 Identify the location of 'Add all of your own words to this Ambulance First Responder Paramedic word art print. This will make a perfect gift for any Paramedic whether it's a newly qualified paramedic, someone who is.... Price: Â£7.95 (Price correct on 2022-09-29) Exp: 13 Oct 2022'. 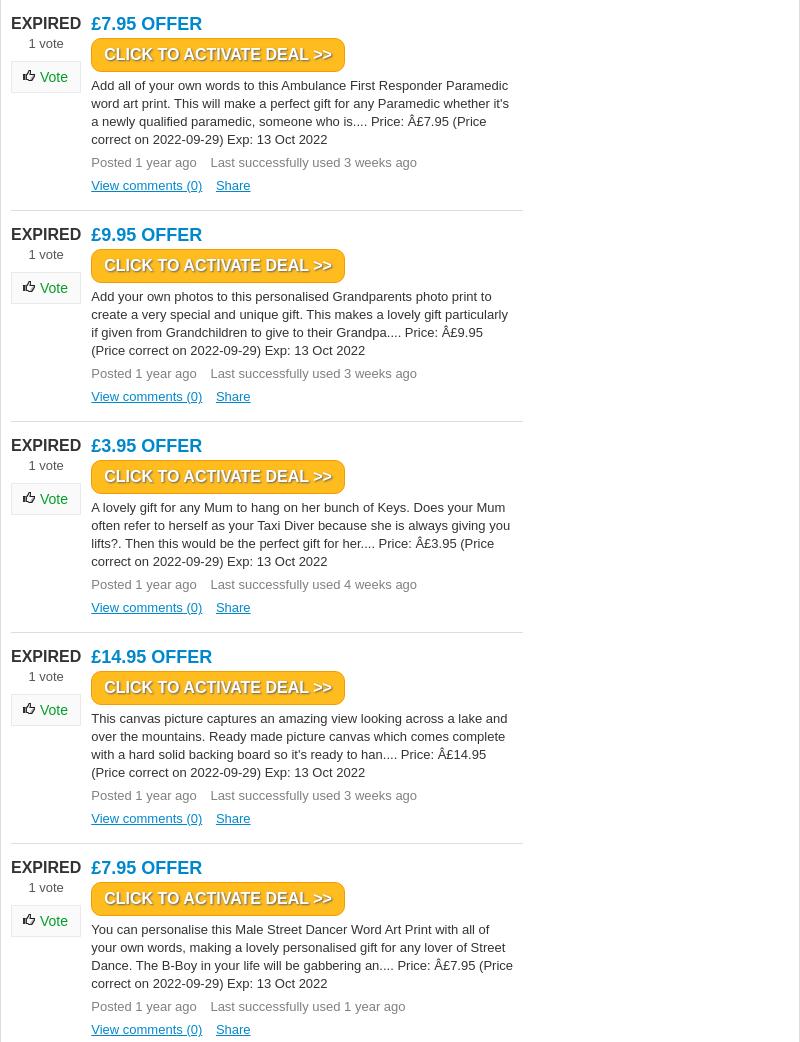
(299, 112).